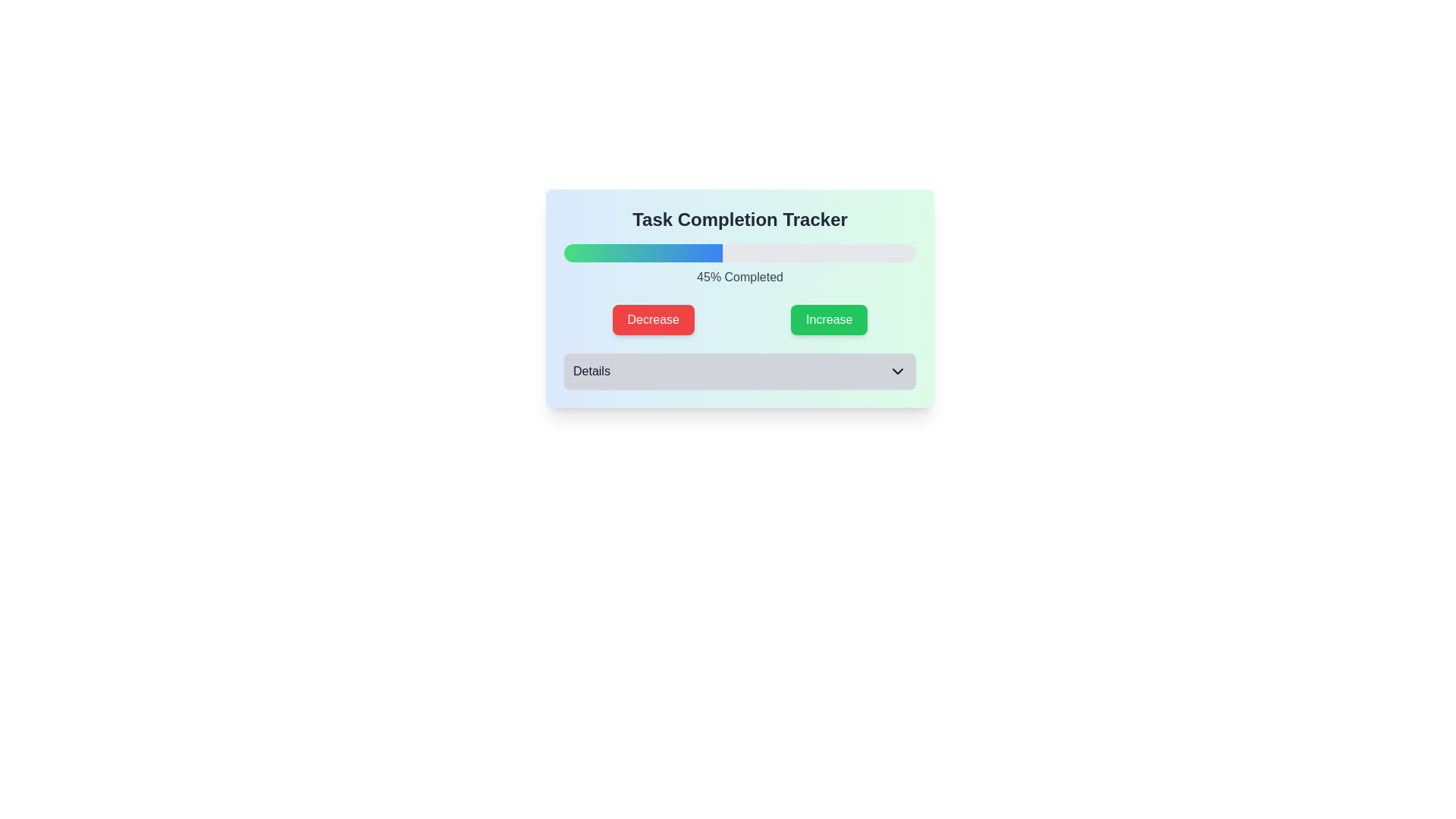  I want to click on the dropdown button located in the lower part of the 'Task Completion Tracker' card for keyboard navigation, so click(739, 371).